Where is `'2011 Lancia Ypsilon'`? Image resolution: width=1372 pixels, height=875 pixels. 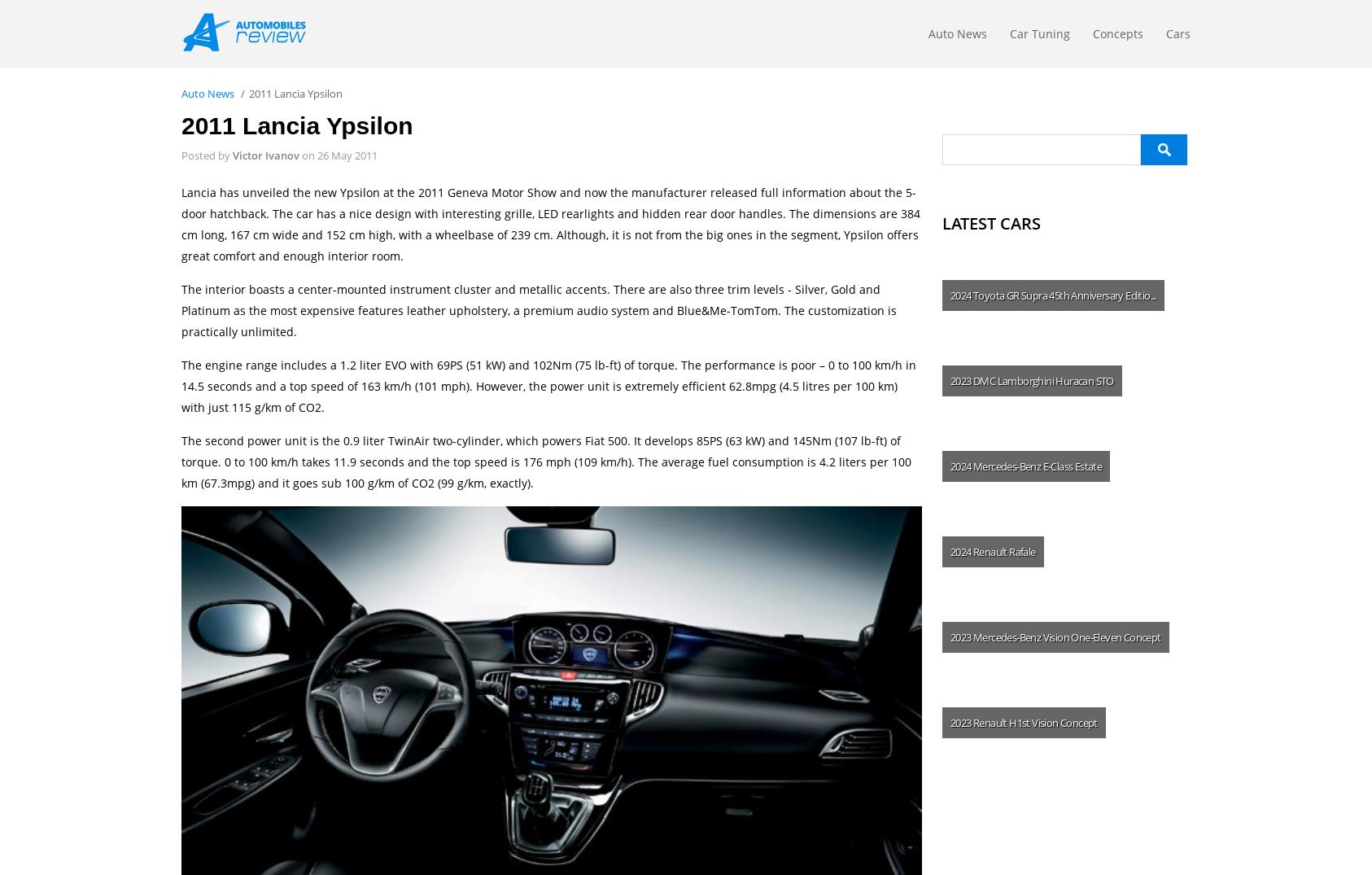
'2011 Lancia Ypsilon' is located at coordinates (296, 125).